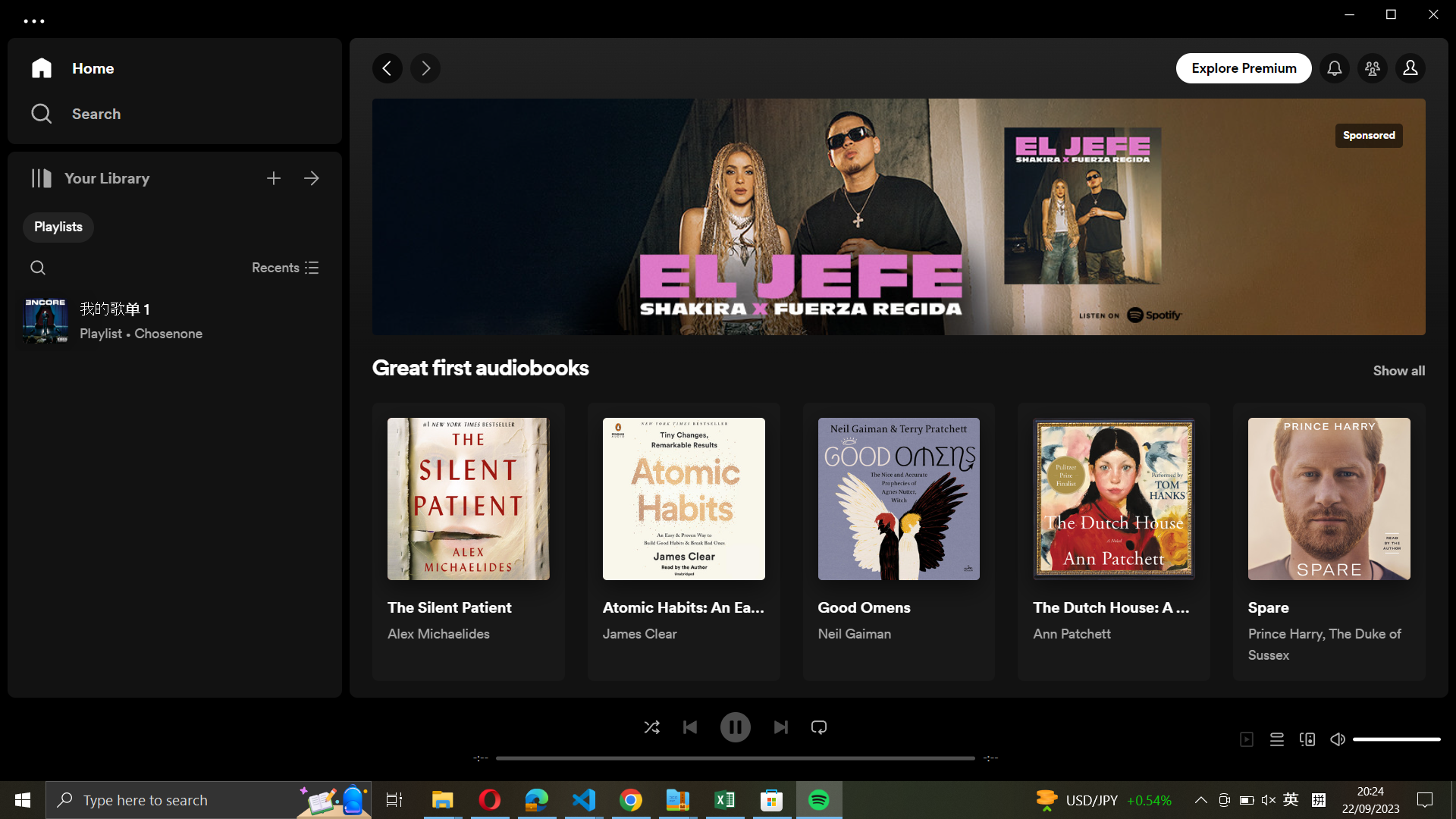 Image resolution: width=1456 pixels, height=819 pixels. I want to click on Close recent audiobooks, so click(285, 265).